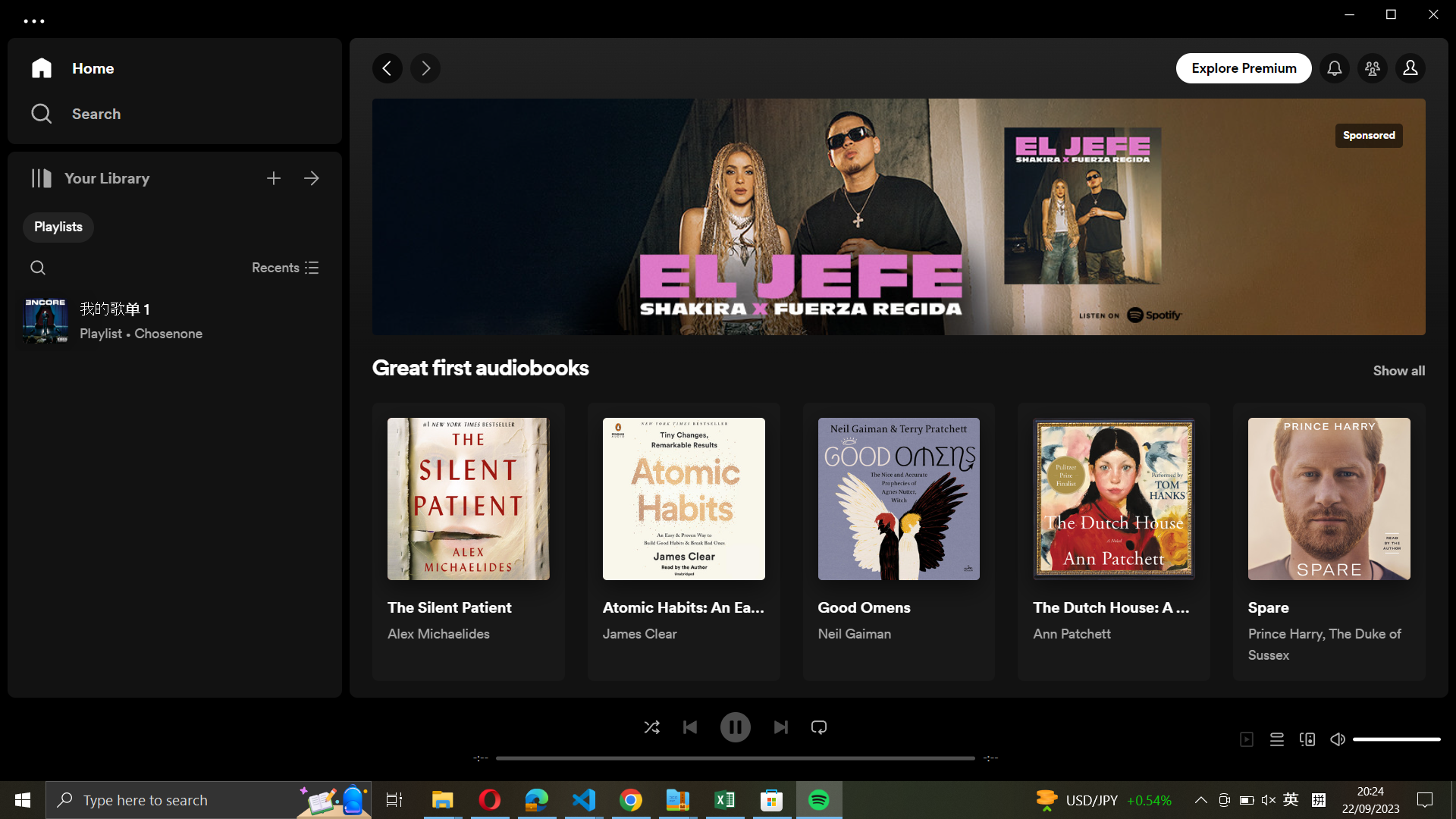 Image resolution: width=1456 pixels, height=819 pixels. I want to click on Close recent audiobooks, so click(285, 265).